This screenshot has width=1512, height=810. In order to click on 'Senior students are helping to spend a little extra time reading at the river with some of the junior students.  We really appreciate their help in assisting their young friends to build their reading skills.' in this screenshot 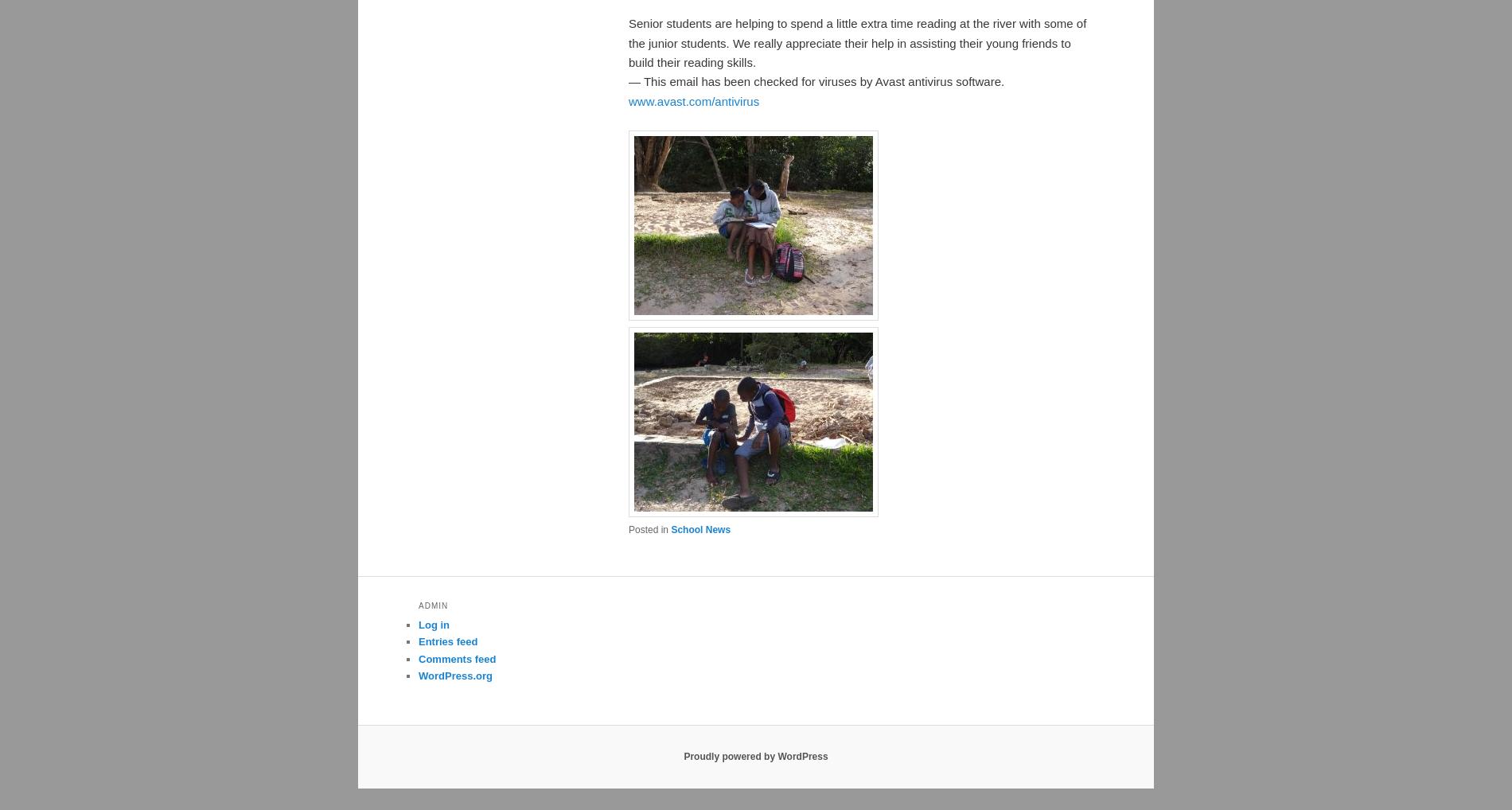, I will do `click(857, 42)`.